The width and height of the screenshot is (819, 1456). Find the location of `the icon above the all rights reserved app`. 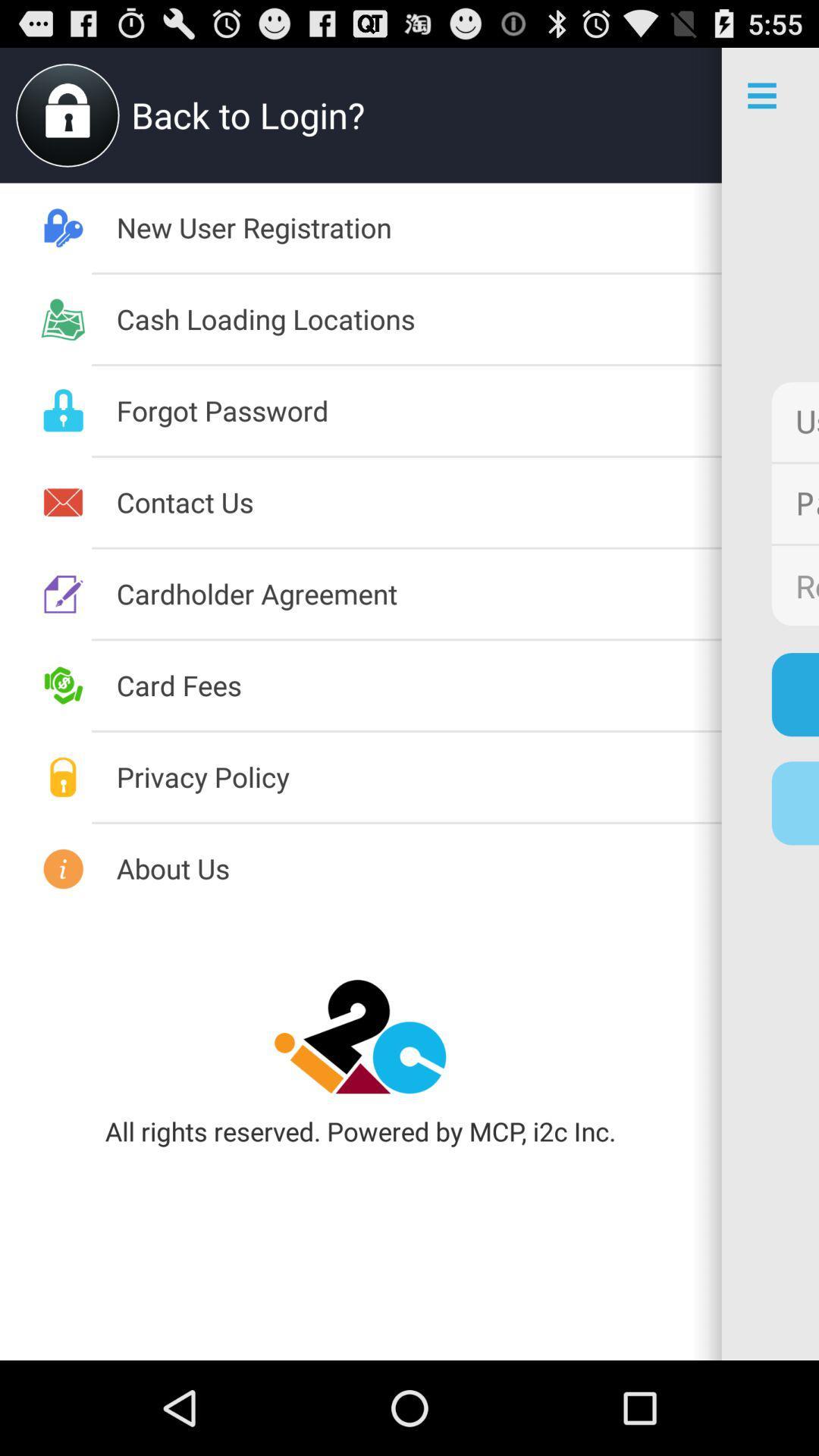

the icon above the all rights reserved app is located at coordinates (360, 1036).